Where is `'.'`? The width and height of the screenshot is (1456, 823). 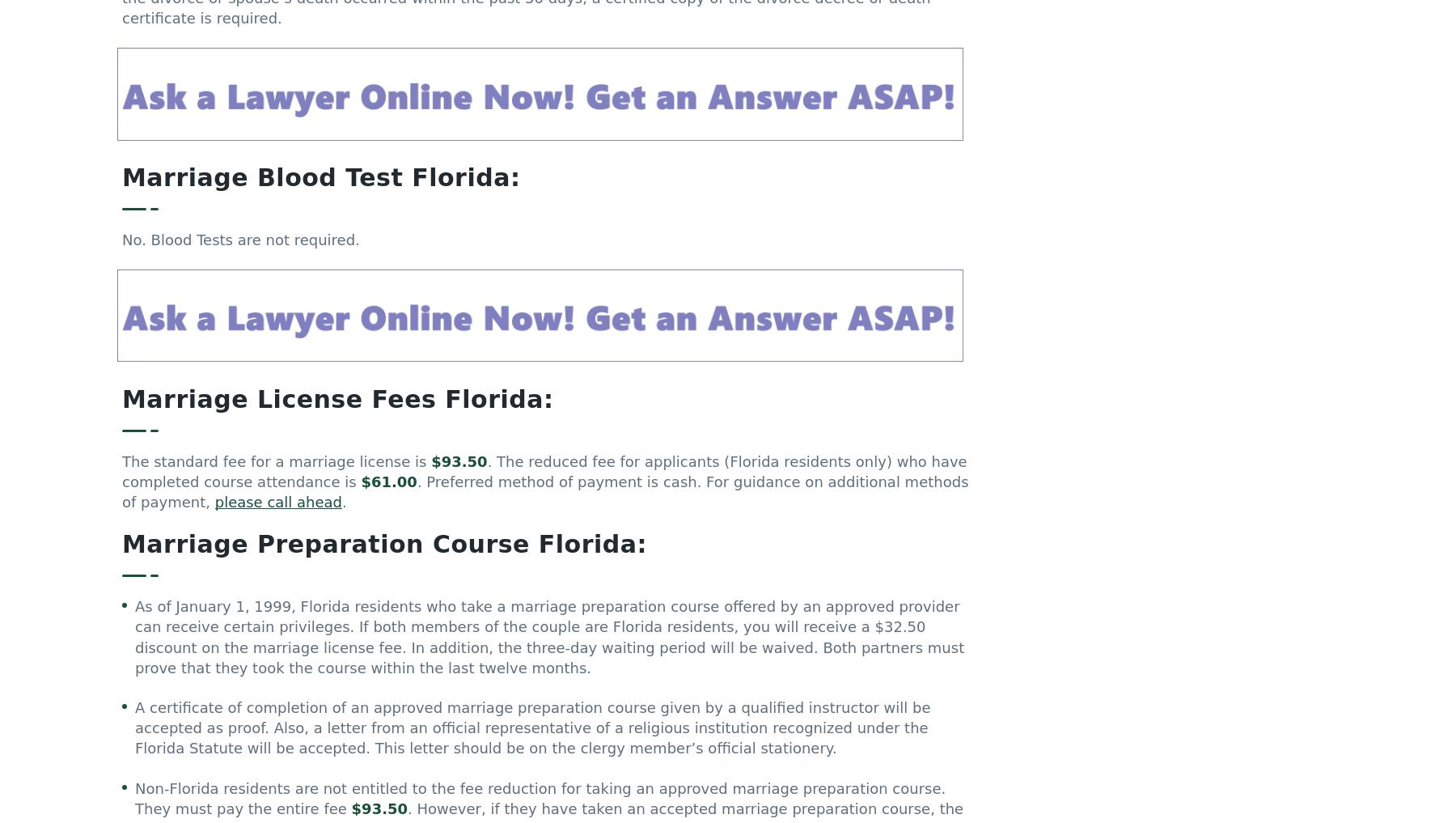 '.' is located at coordinates (344, 509).